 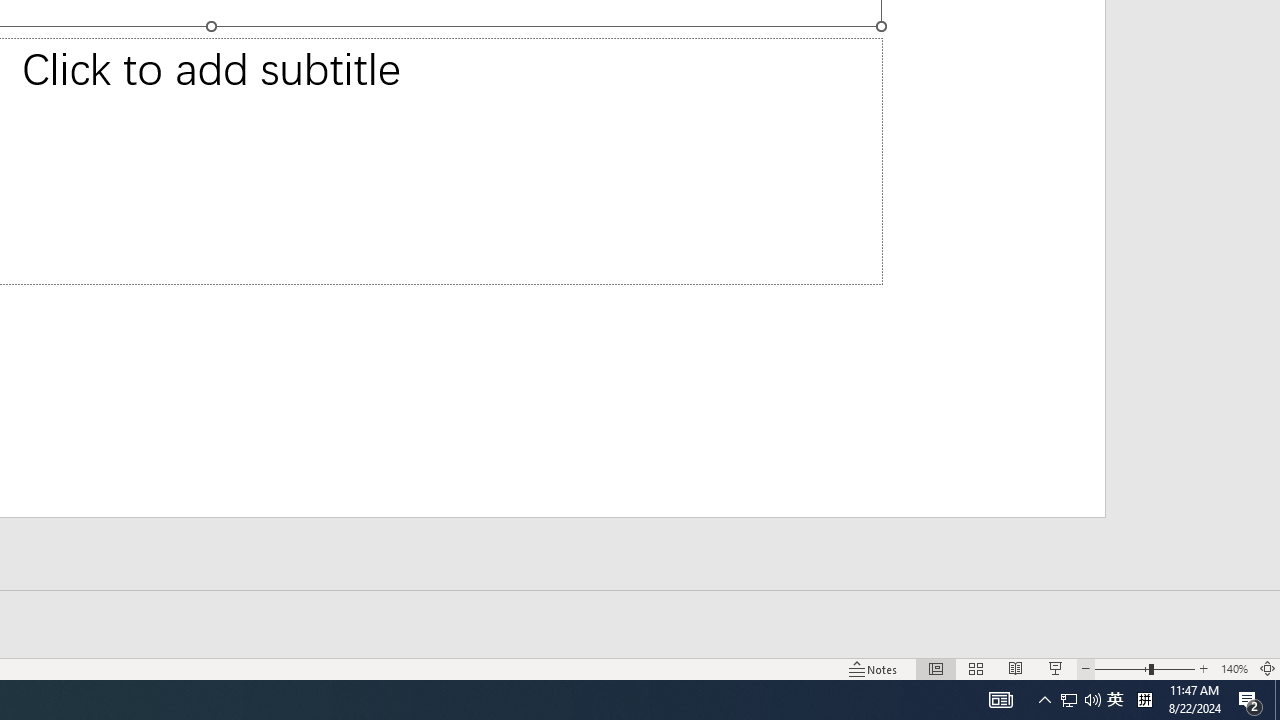 What do you see at coordinates (1233, 669) in the screenshot?
I see `'Zoom 140%'` at bounding box center [1233, 669].